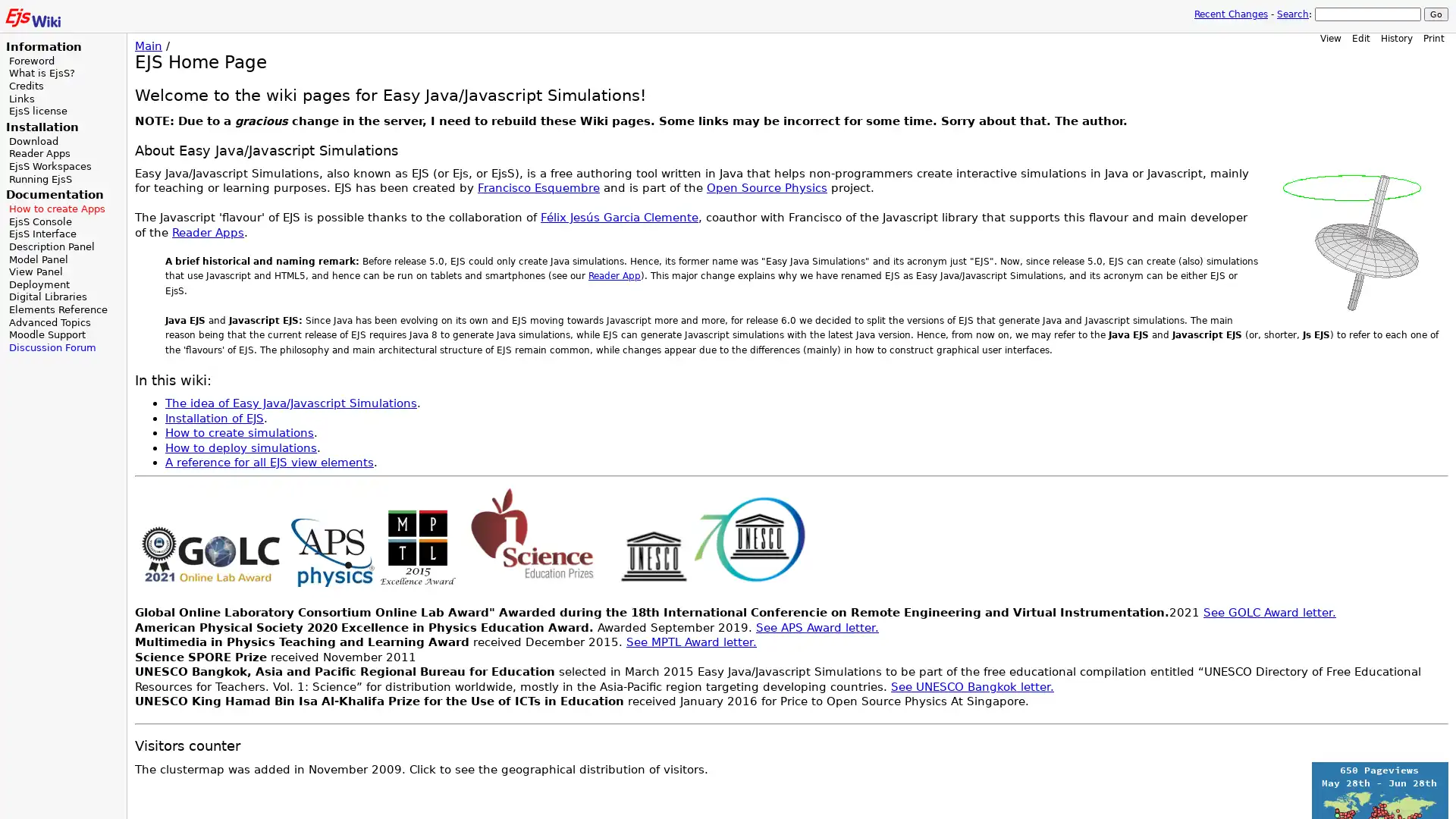  What do you see at coordinates (1436, 14) in the screenshot?
I see `Go` at bounding box center [1436, 14].